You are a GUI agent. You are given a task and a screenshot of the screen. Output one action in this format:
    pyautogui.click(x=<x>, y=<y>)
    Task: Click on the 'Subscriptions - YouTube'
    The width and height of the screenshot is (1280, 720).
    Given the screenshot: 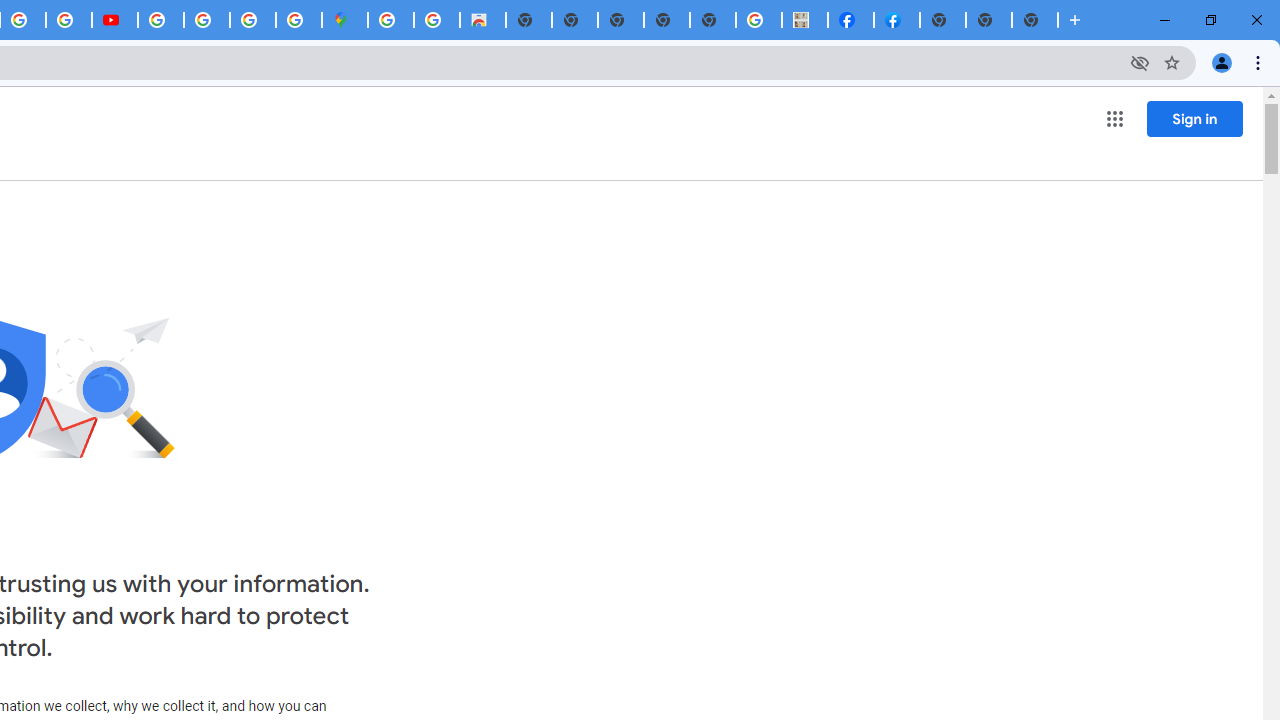 What is the action you would take?
    pyautogui.click(x=114, y=20)
    